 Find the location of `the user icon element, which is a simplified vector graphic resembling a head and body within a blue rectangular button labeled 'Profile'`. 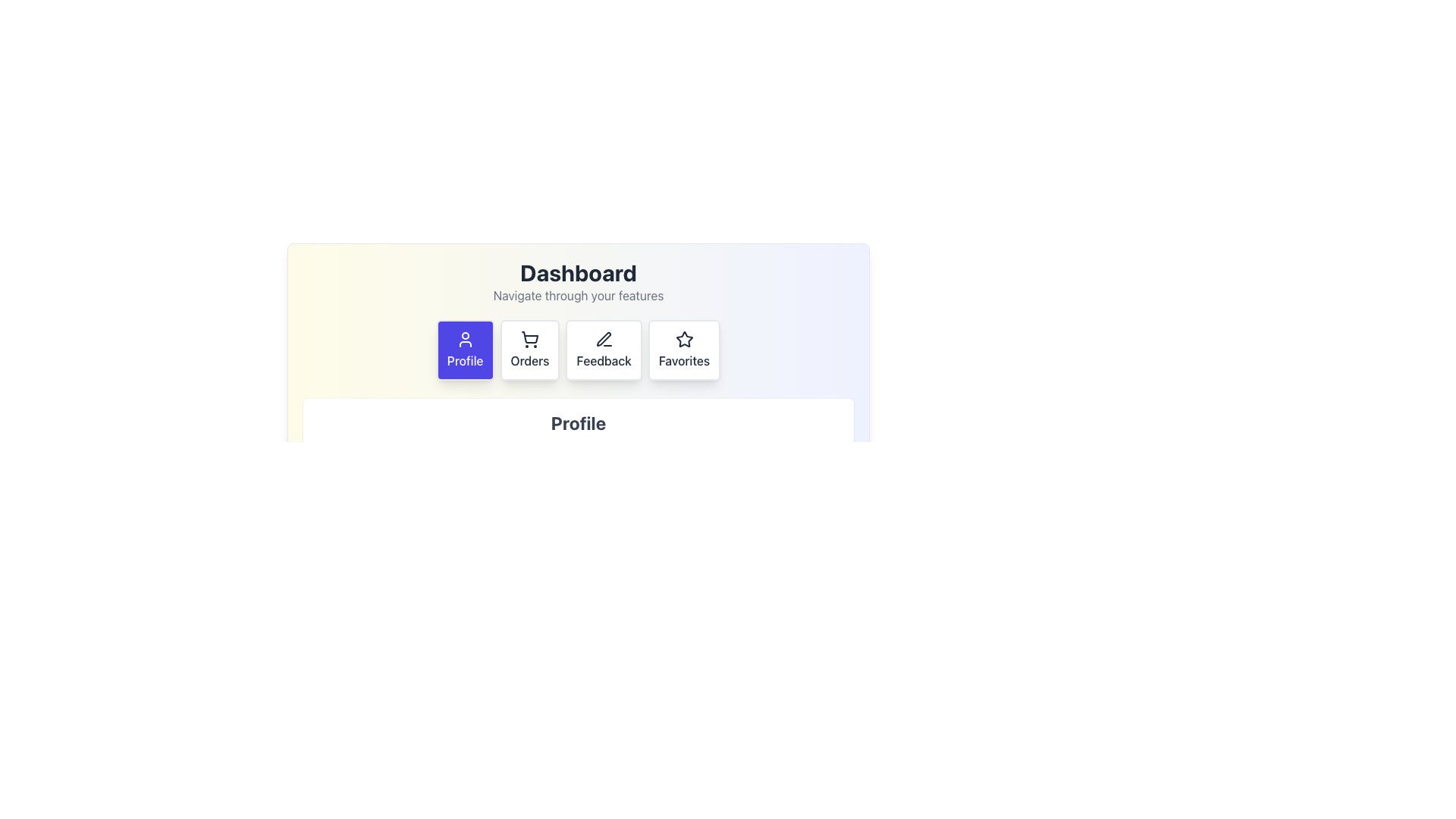

the user icon element, which is a simplified vector graphic resembling a head and body within a blue rectangular button labeled 'Profile' is located at coordinates (464, 338).